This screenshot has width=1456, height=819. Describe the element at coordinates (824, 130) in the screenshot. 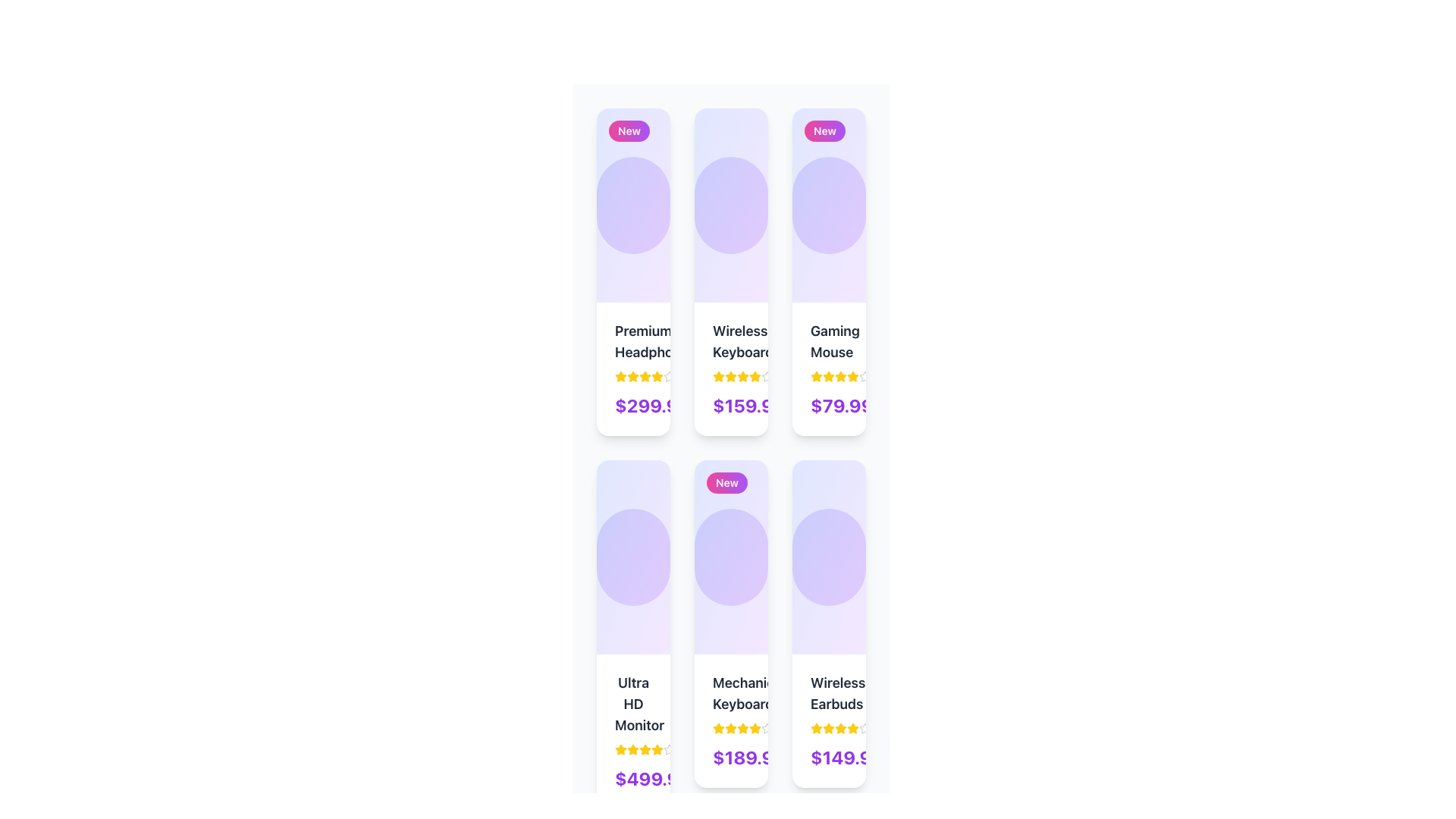

I see `the 'New' badge with a gradient background located at the top-left corner of the third card in a three-column layout` at that location.